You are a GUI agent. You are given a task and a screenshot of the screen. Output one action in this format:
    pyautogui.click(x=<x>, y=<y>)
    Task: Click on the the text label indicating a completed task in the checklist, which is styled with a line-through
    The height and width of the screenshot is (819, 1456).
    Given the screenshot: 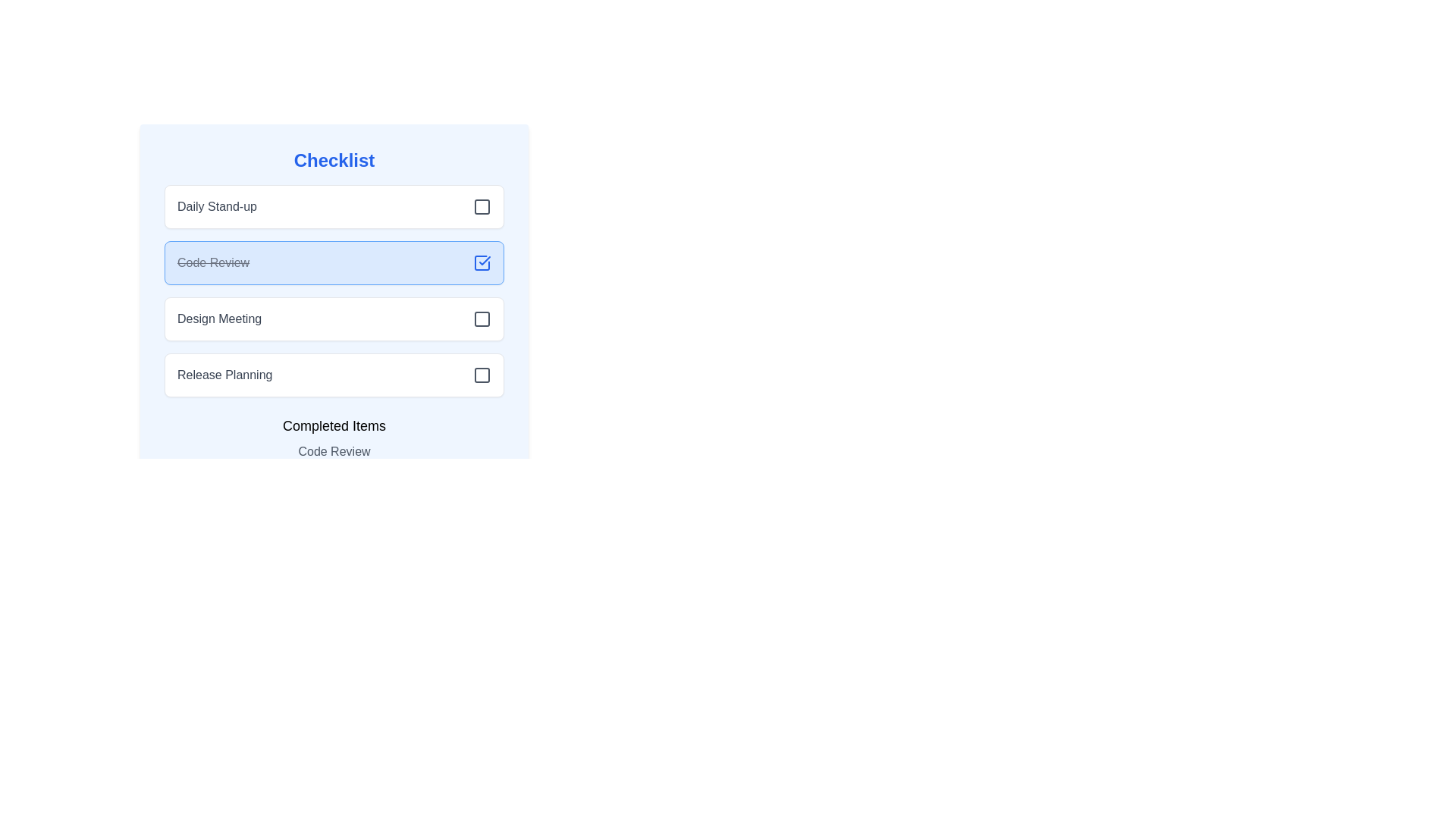 What is the action you would take?
    pyautogui.click(x=212, y=262)
    